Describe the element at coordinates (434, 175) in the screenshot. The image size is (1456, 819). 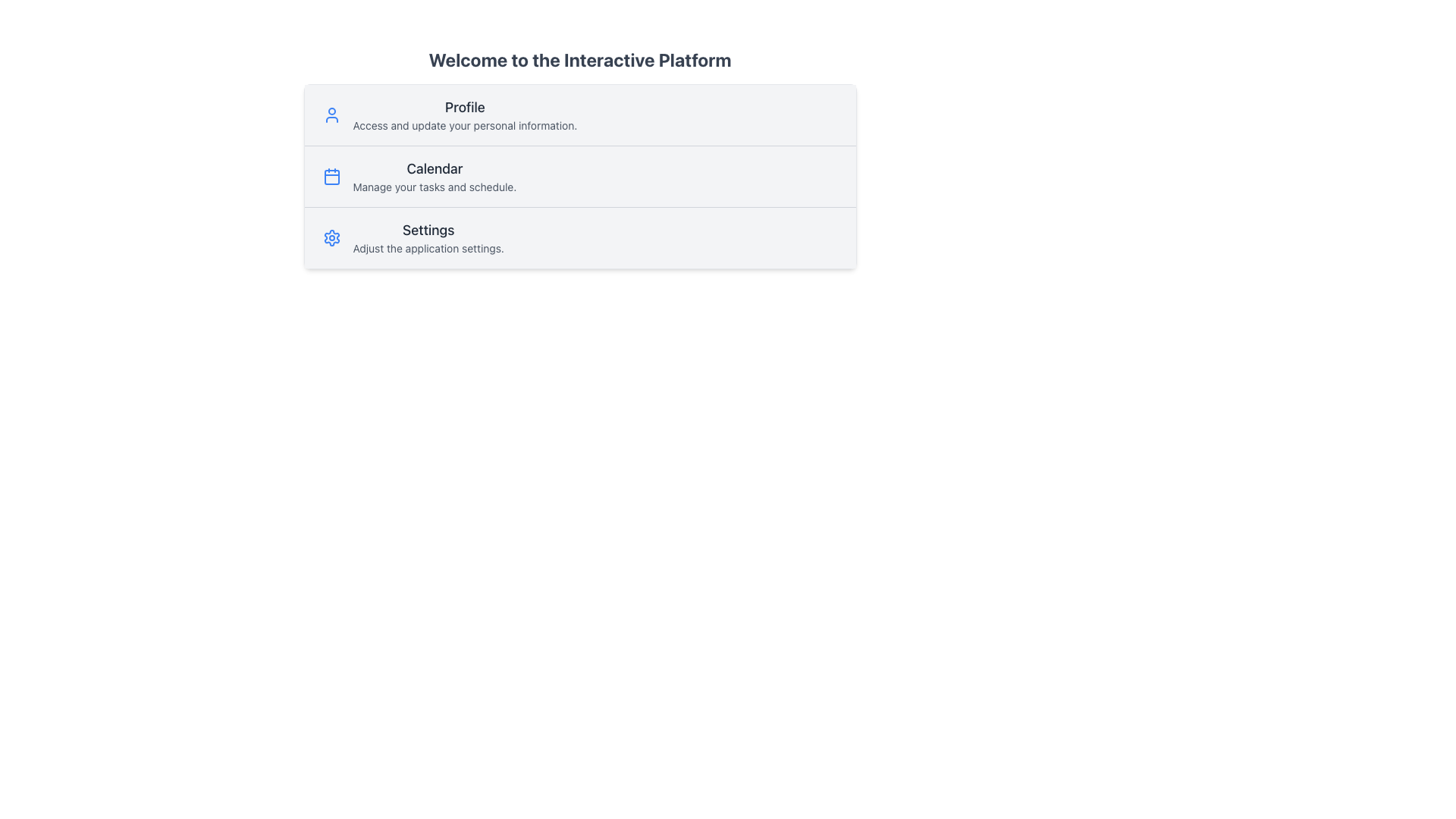
I see `the informational label guiding users to access the calendar feature, positioned as the second item in a vertical list beneath 'Profile' and above 'Settings'` at that location.